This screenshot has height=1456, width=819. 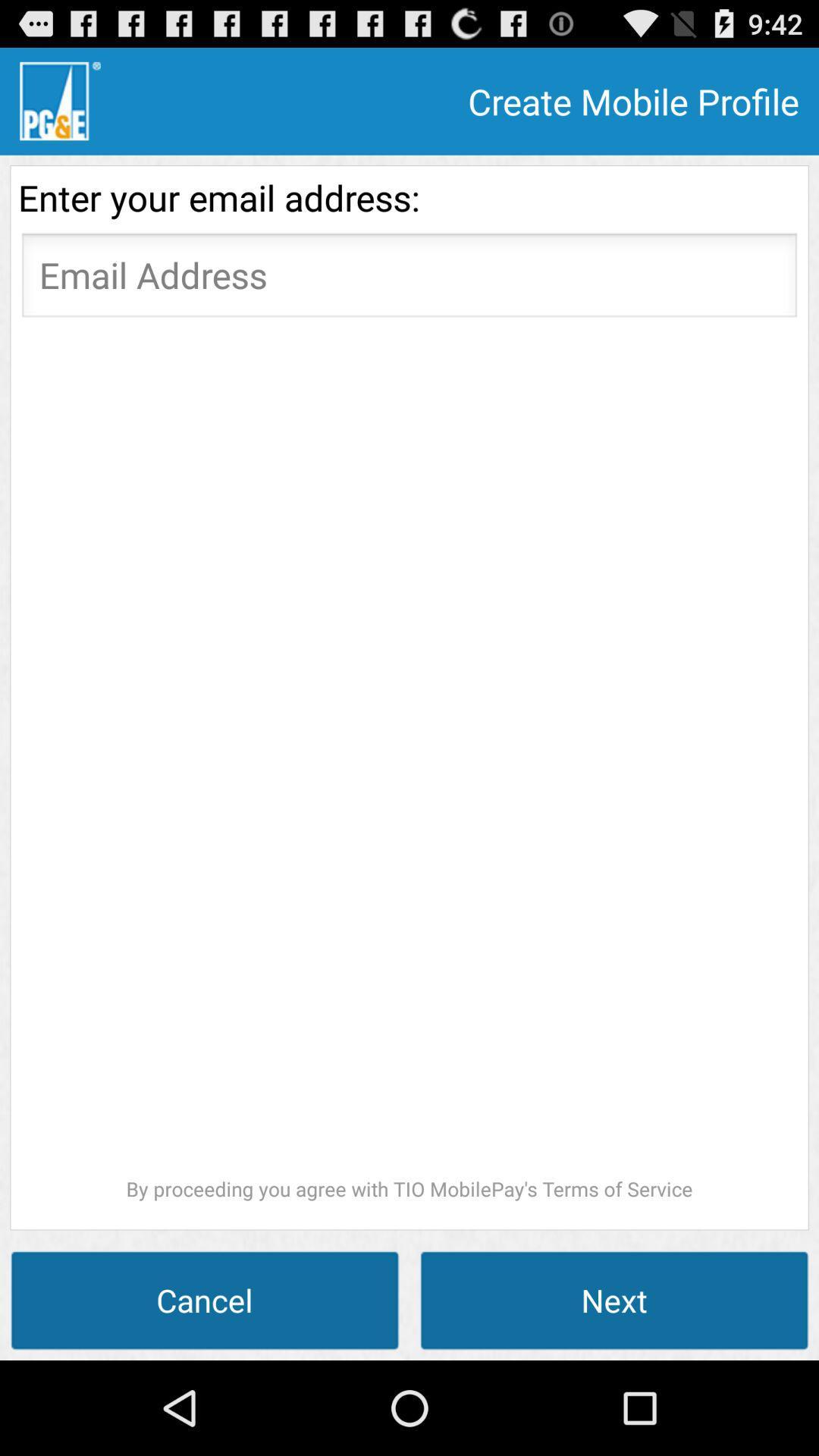 I want to click on icon to the right of cancel item, so click(x=614, y=1299).